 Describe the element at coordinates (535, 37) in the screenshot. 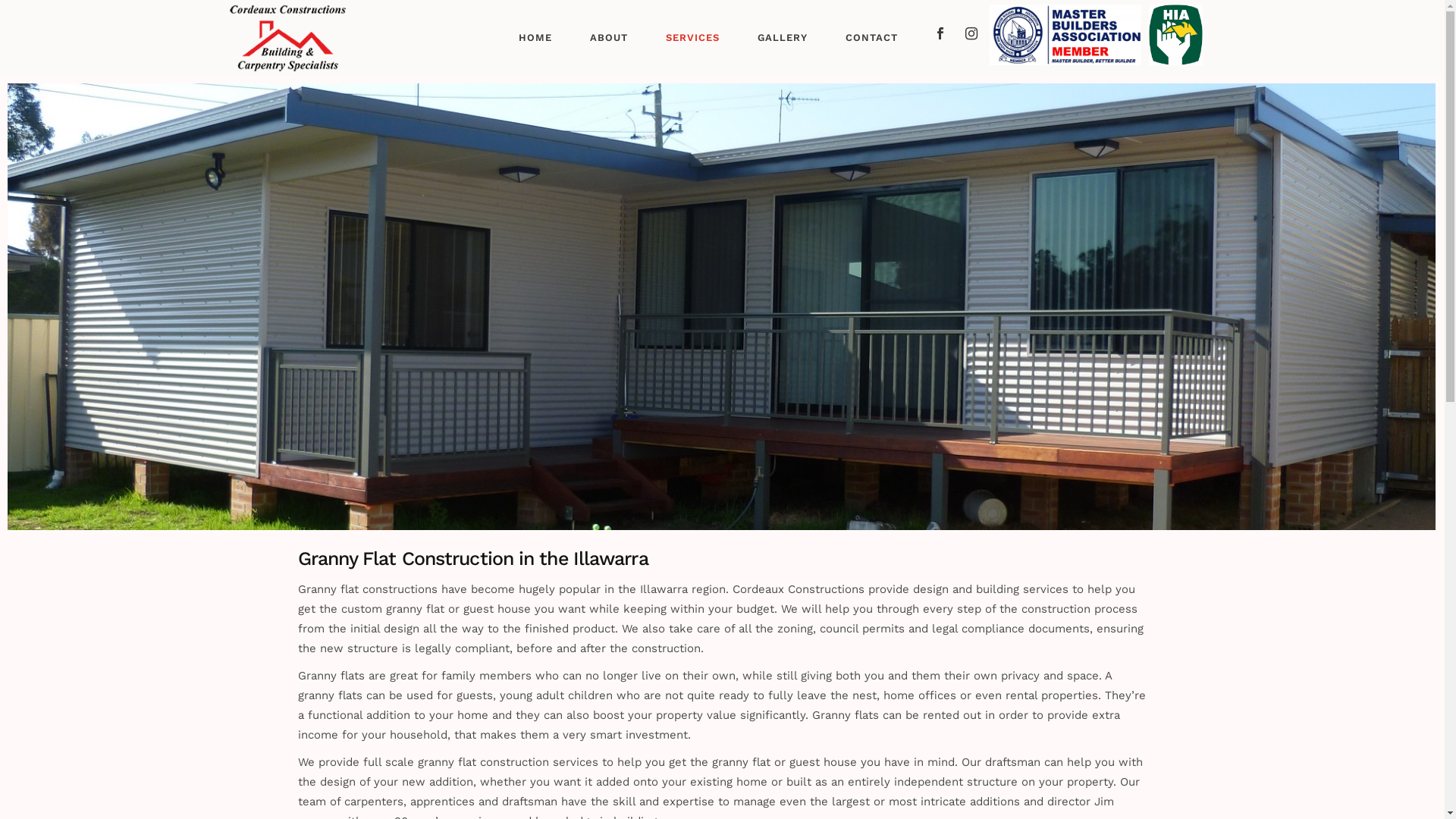

I see `'HOME'` at that location.